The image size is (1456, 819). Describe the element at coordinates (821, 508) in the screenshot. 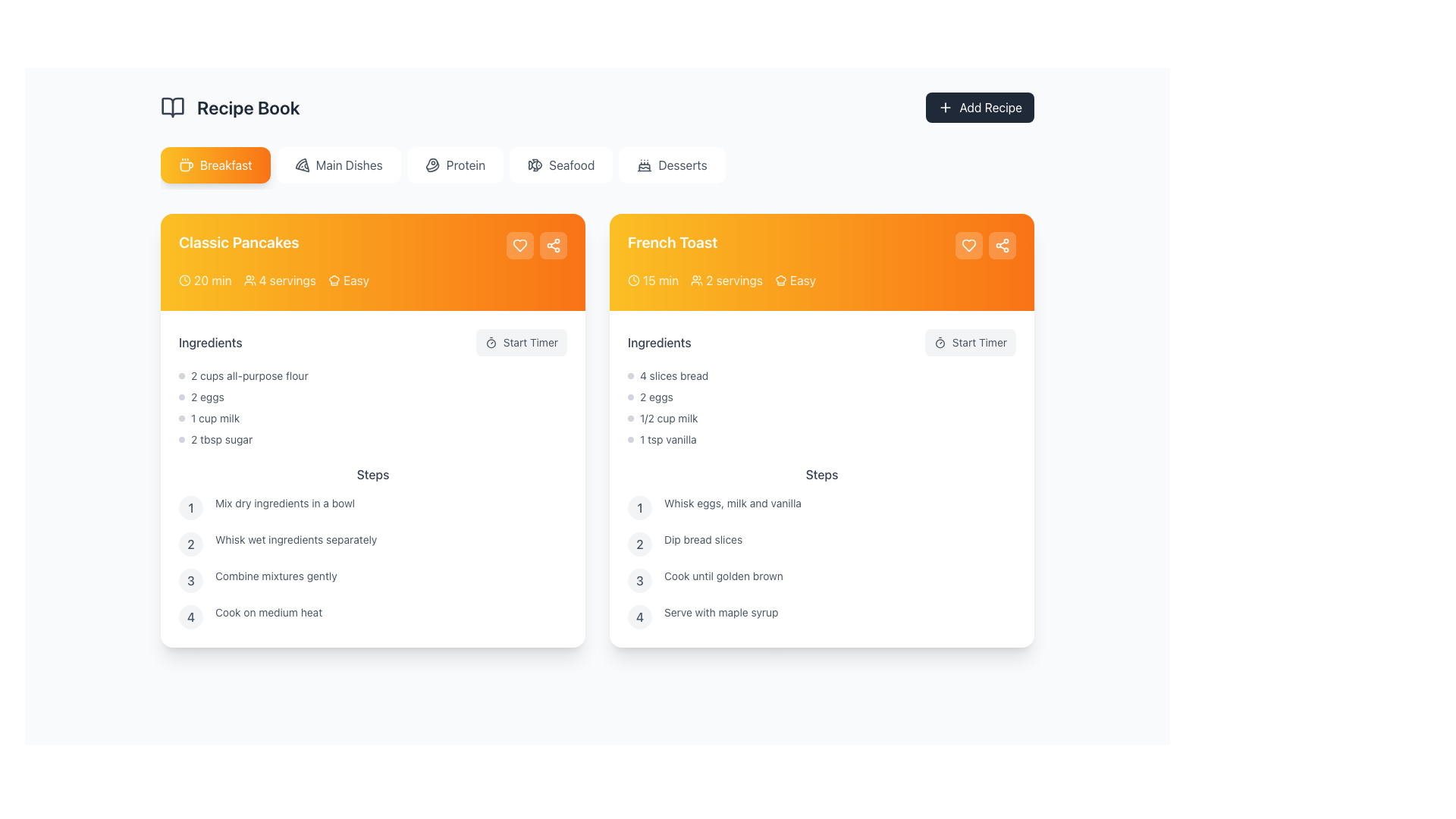

I see `step labeled '1 Whisk eggs, milk and vanilla' which is the first item in the 'Steps' section of the 'French Toast' recipe card` at that location.